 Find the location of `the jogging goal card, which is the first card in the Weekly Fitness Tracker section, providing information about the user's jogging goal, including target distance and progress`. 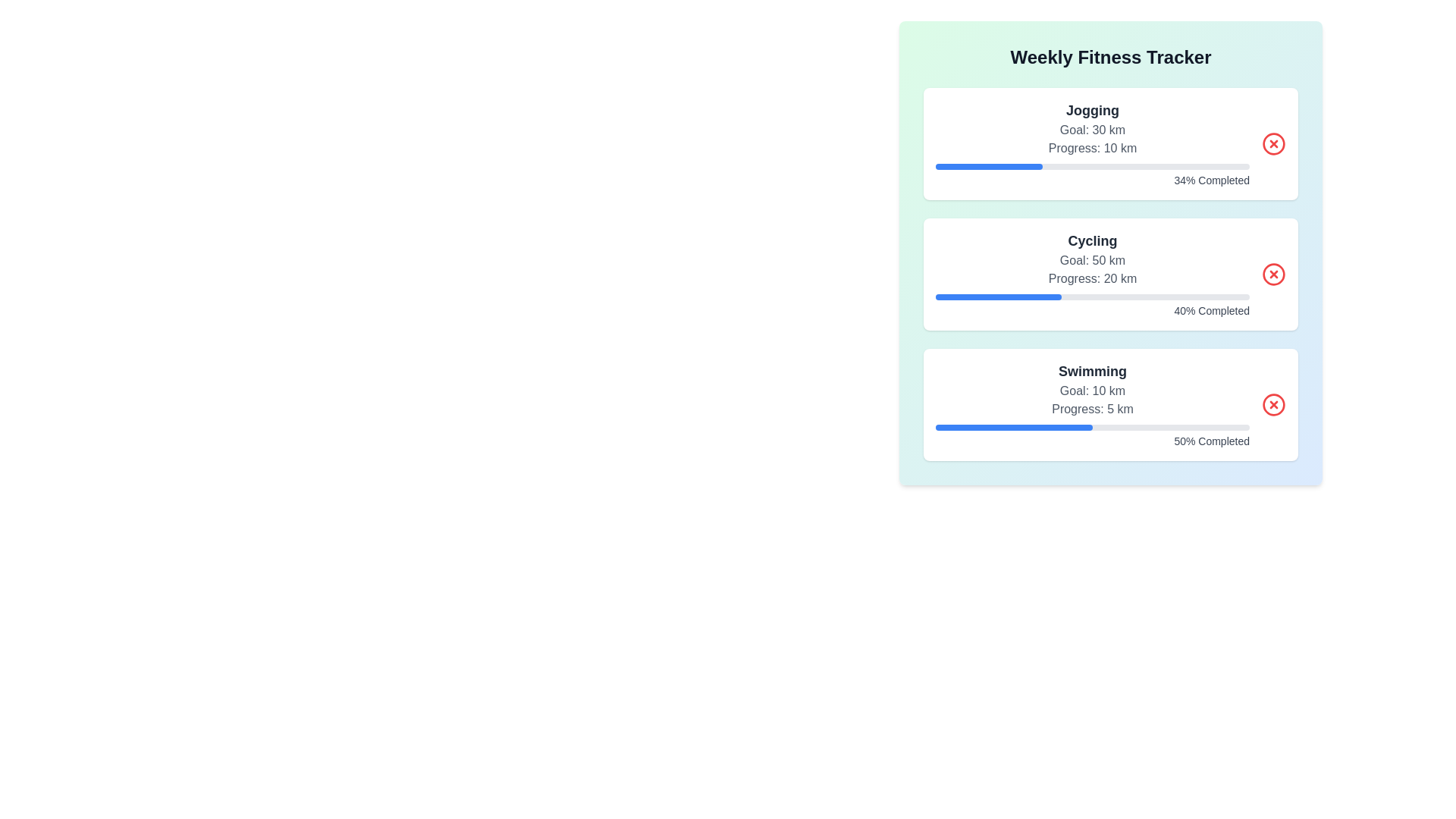

the jogging goal card, which is the first card in the Weekly Fitness Tracker section, providing information about the user's jogging goal, including target distance and progress is located at coordinates (1110, 143).